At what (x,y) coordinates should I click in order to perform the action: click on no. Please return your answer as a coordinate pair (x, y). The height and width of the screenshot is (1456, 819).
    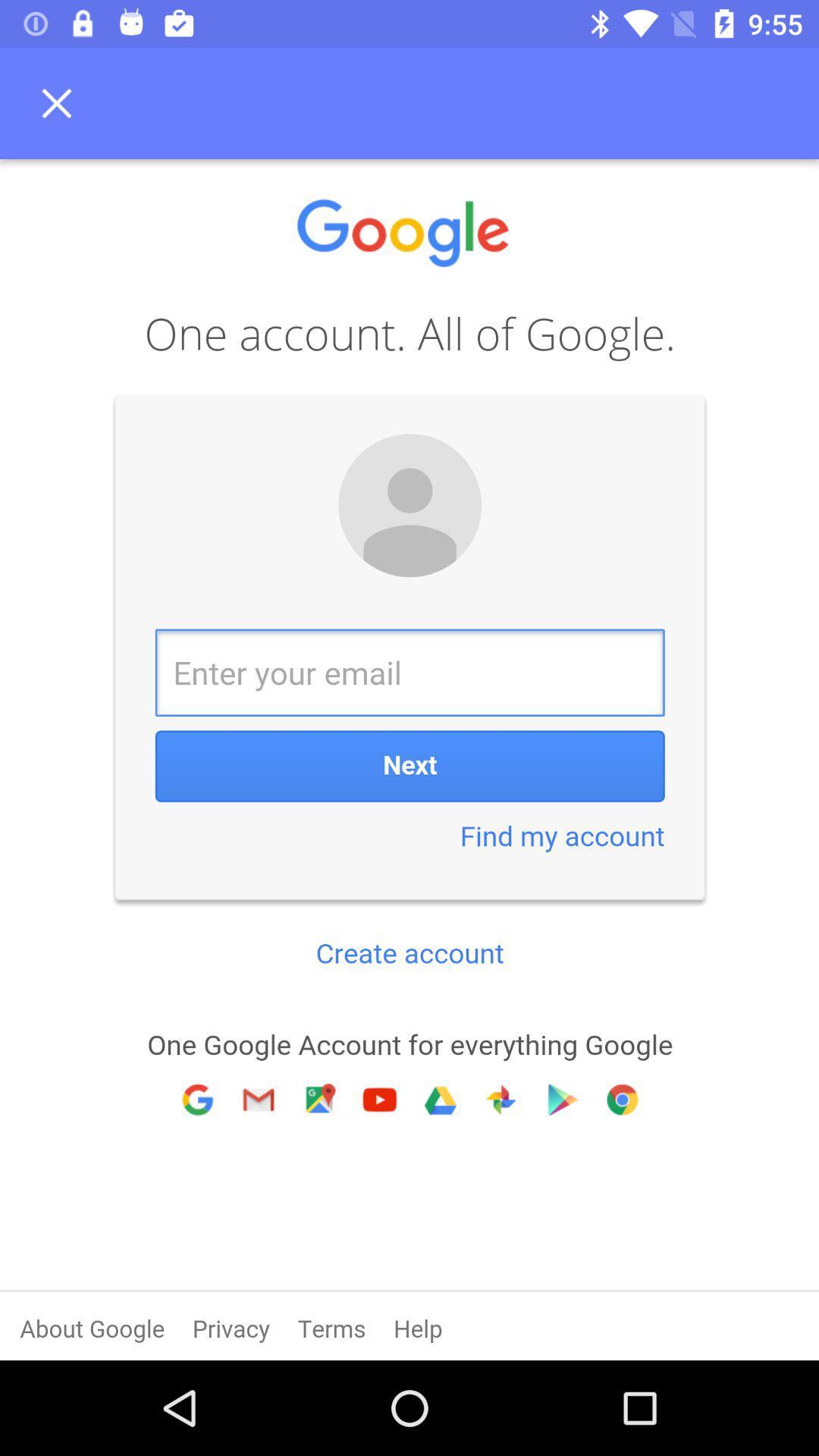
    Looking at the image, I should click on (61, 102).